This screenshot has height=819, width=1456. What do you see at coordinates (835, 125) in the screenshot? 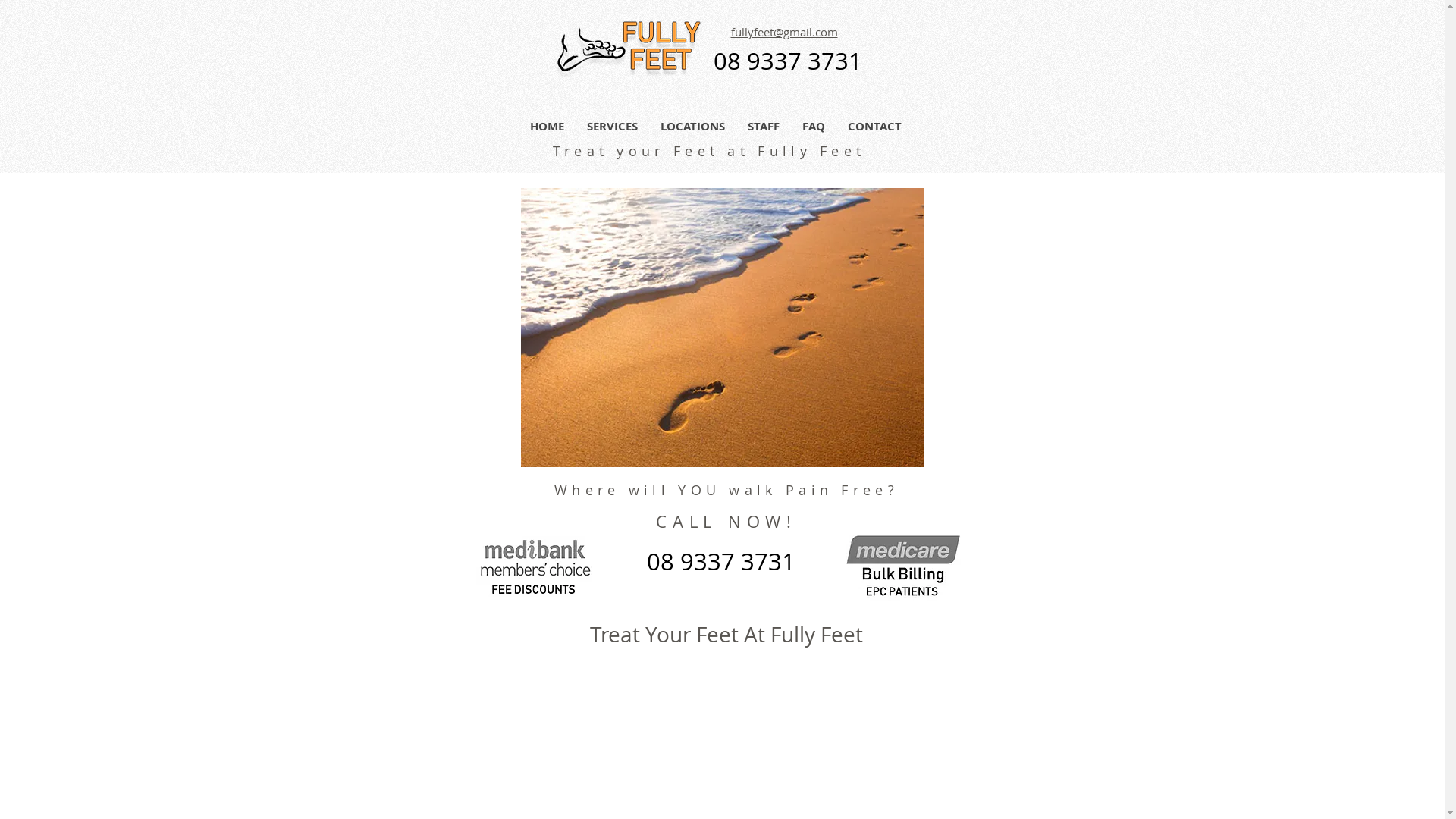
I see `'CONTACT'` at bounding box center [835, 125].